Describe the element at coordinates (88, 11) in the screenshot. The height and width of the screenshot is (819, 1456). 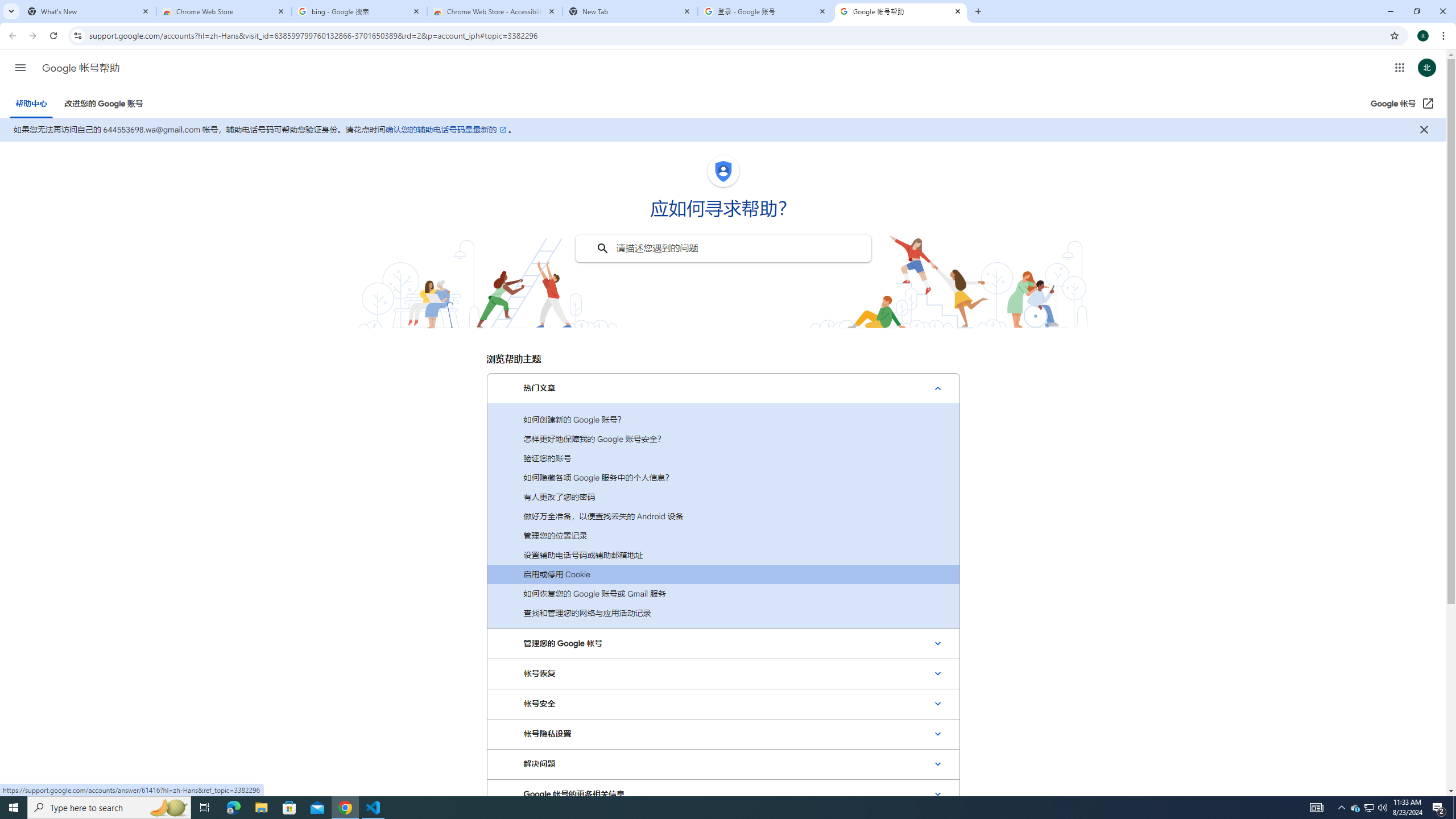
I see `'What'` at that location.